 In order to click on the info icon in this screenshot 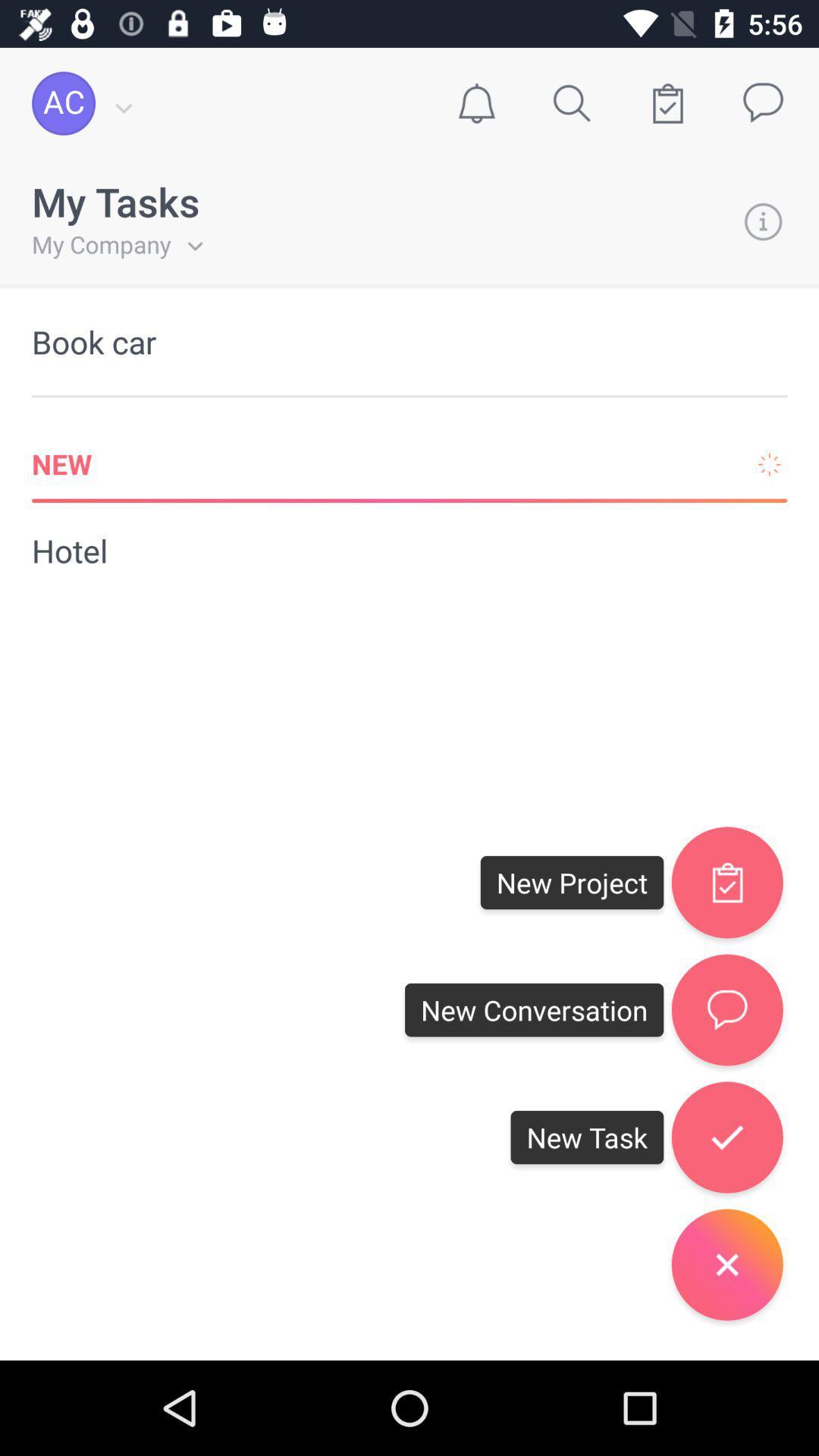, I will do `click(763, 221)`.